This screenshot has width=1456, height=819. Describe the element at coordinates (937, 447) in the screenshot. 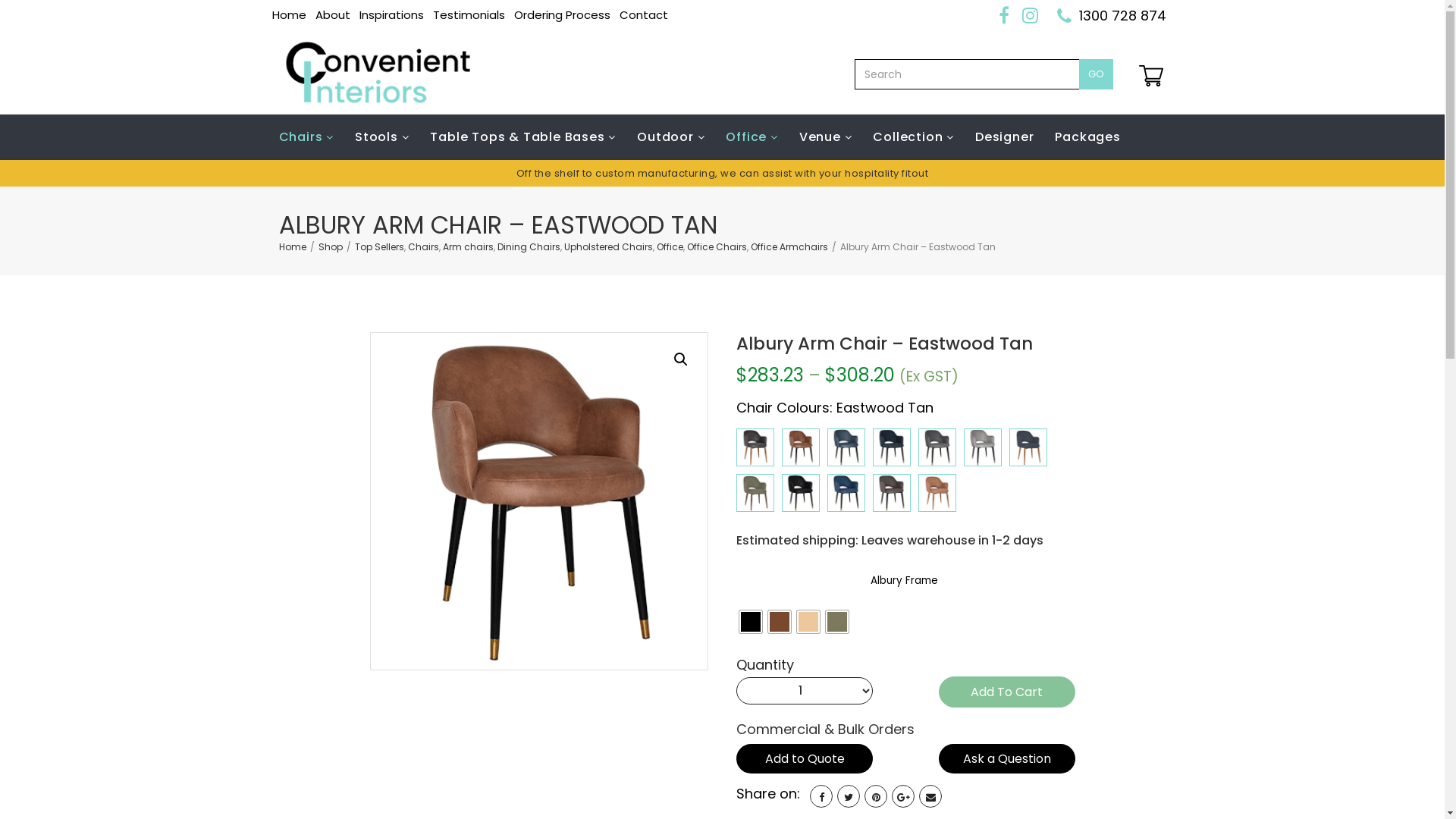

I see `'Albury Arm Chair - Gravity Slate'` at that location.